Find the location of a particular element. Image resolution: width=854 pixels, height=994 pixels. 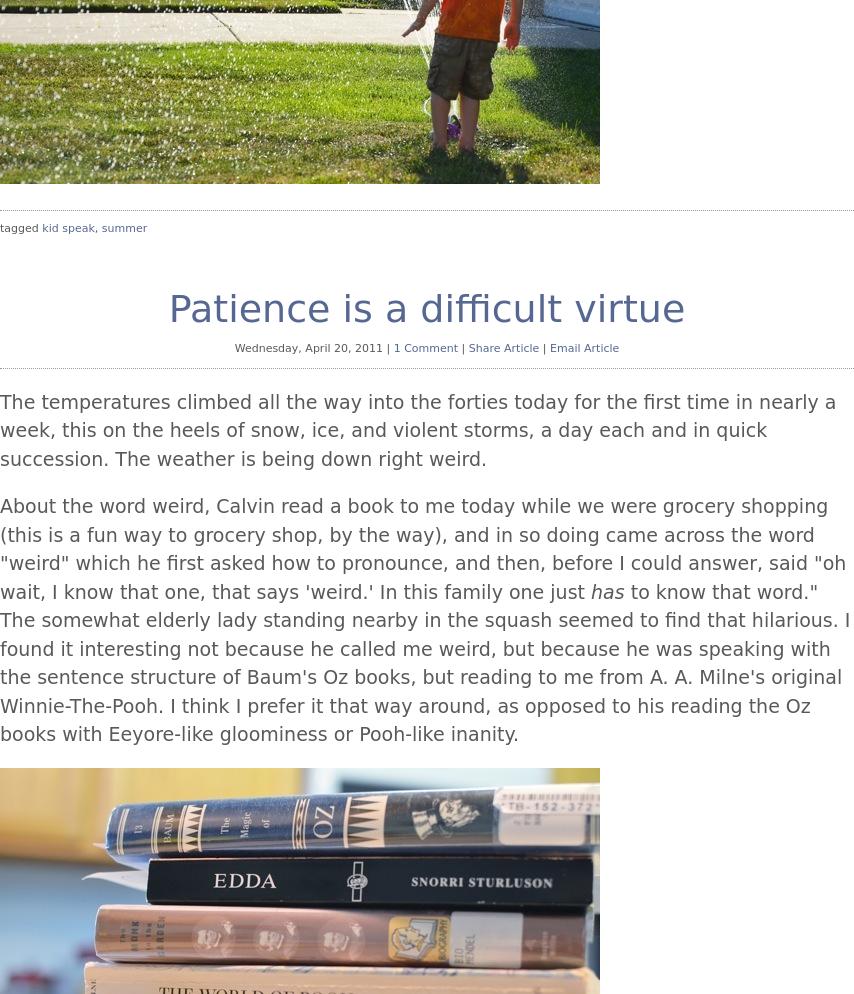

'tagged' is located at coordinates (20, 228).